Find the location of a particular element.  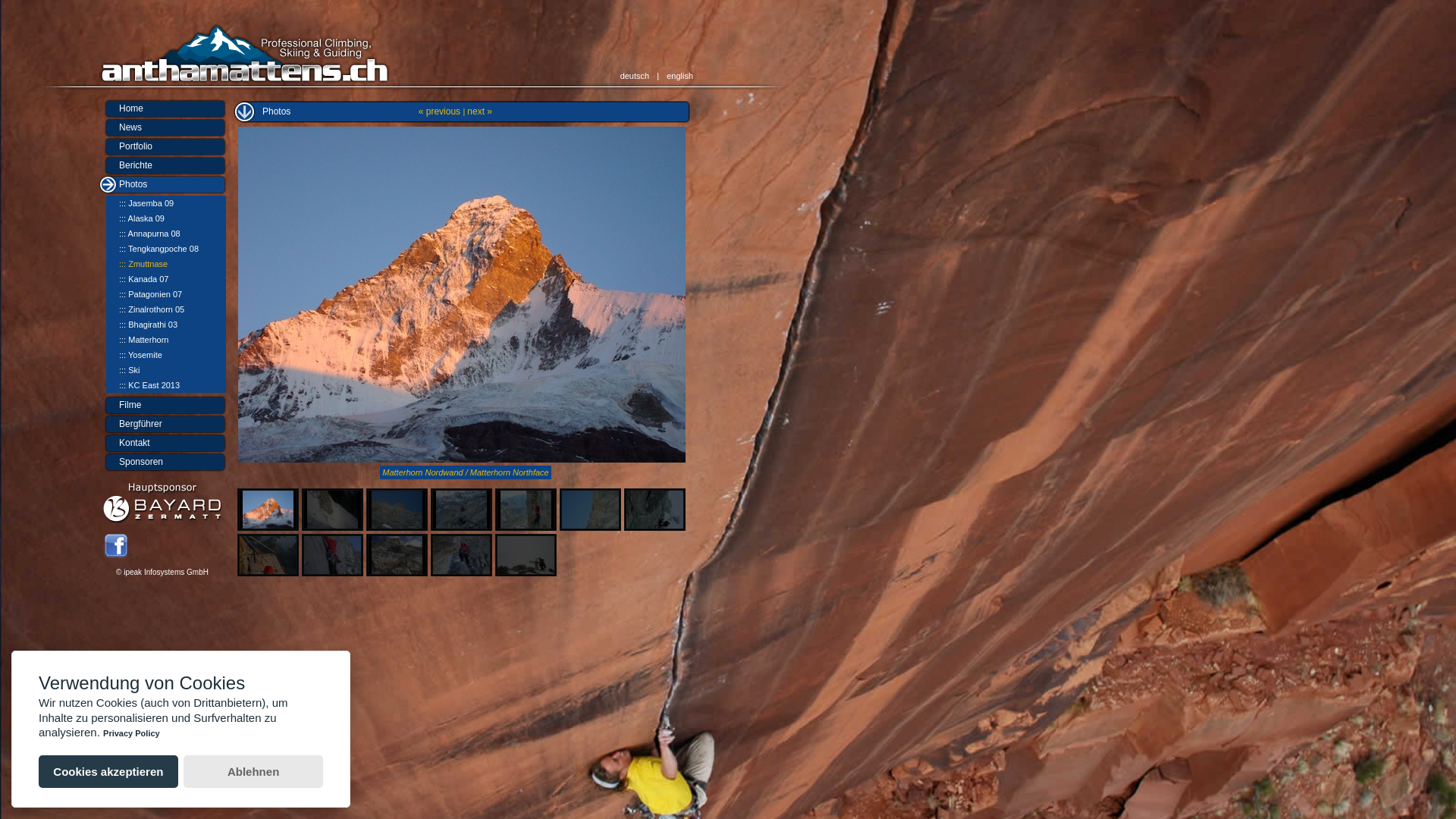

'::: Tengkangpoche 08' is located at coordinates (149, 247).